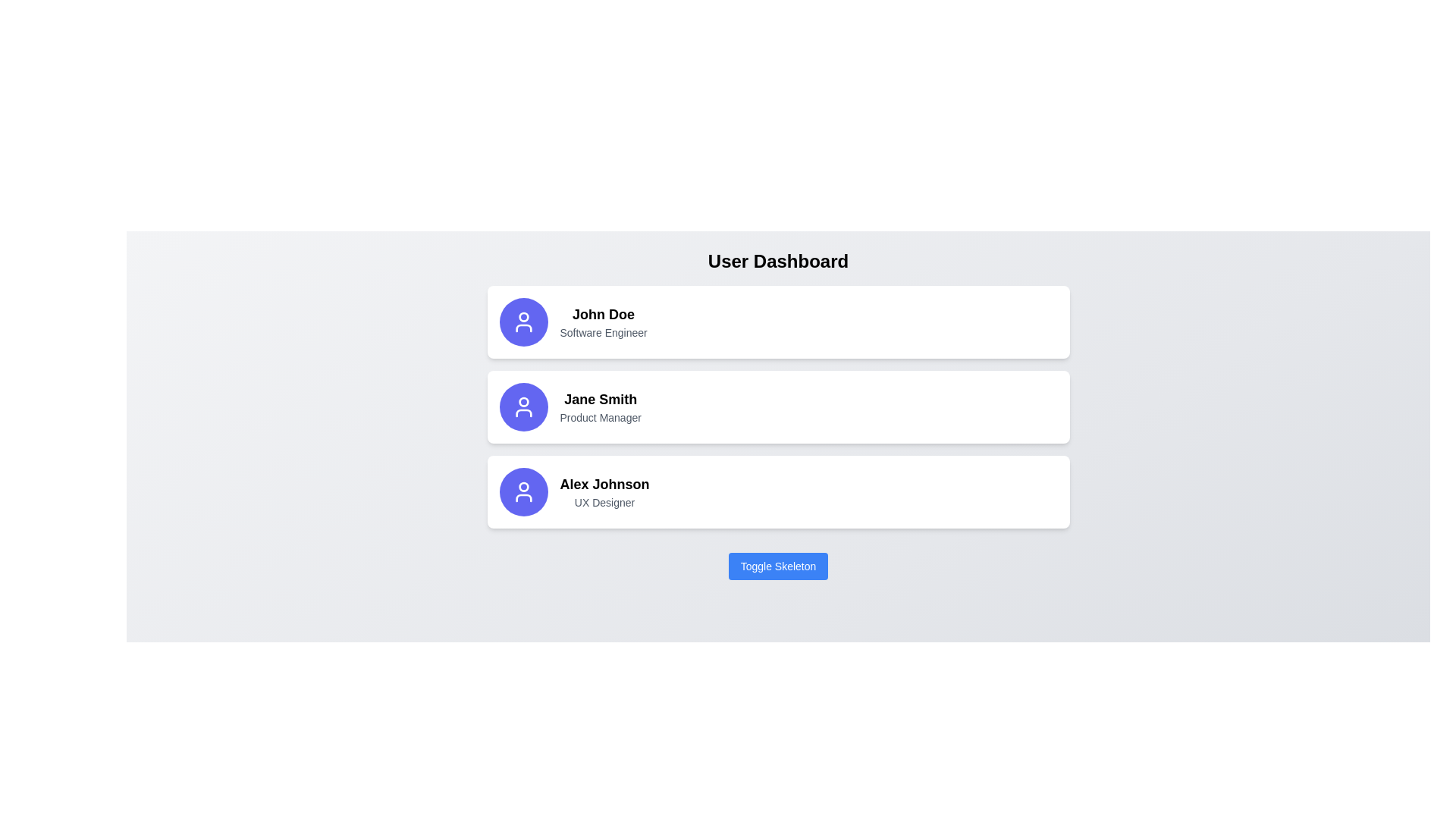  I want to click on the Profile card displaying user information, which is the second card in a vertical list of three, so click(778, 406).